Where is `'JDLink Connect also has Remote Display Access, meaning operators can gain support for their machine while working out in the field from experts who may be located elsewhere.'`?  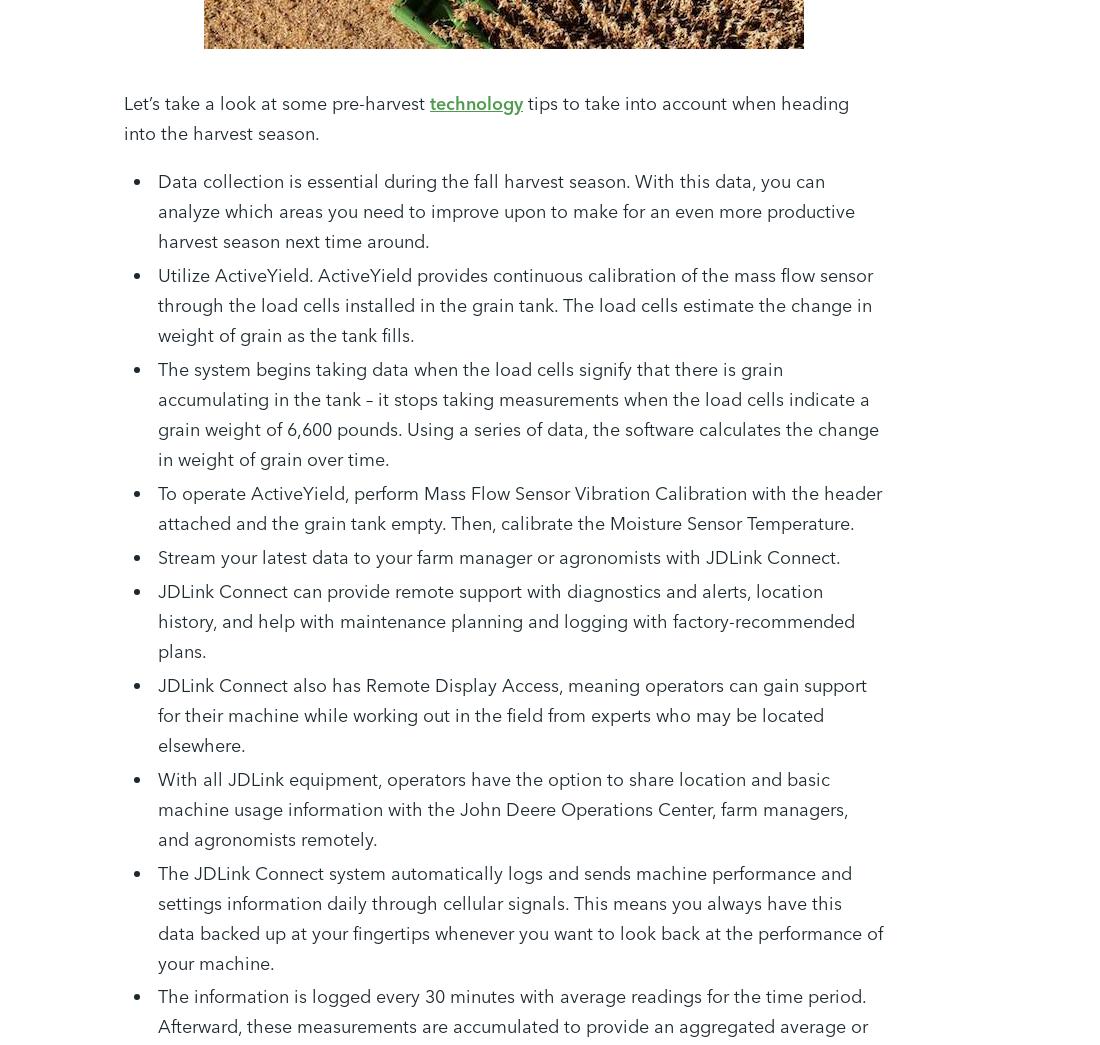
'JDLink Connect also has Remote Display Access, meaning operators can gain support for their machine while working out in the field from experts who may be located elsewhere.' is located at coordinates (512, 713).